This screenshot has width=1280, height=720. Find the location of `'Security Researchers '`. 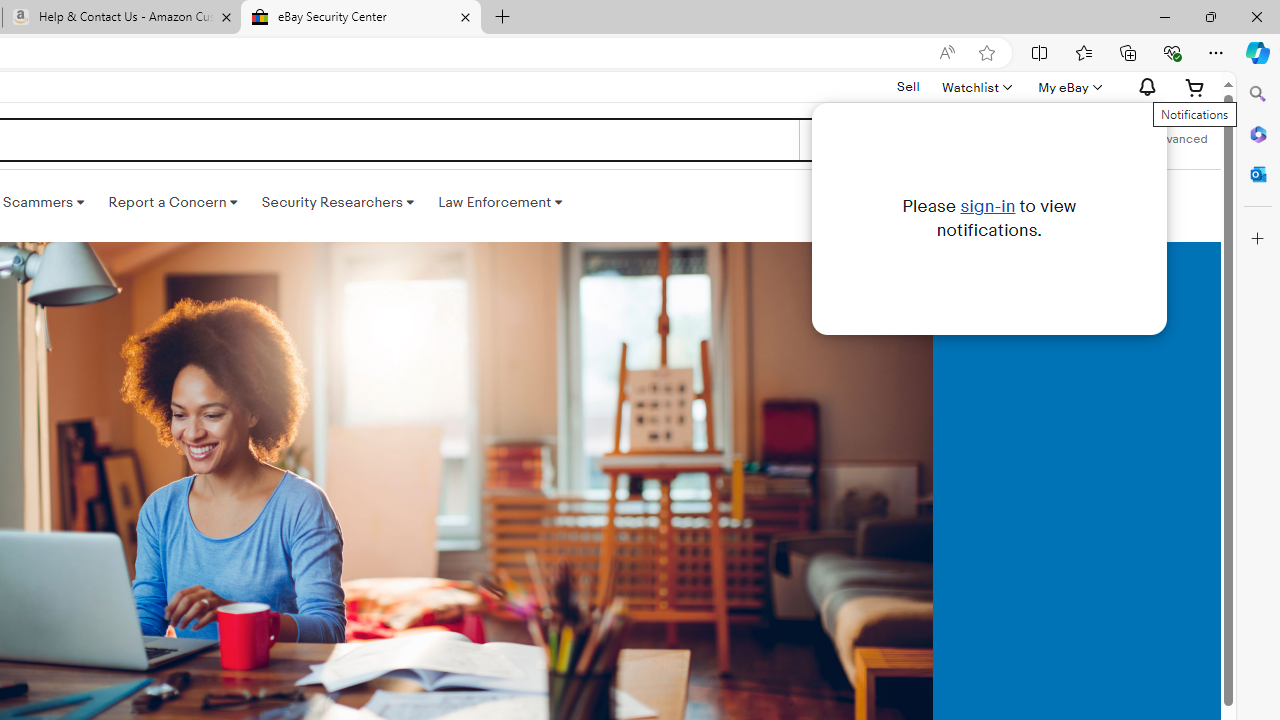

'Security Researchers ' is located at coordinates (337, 203).